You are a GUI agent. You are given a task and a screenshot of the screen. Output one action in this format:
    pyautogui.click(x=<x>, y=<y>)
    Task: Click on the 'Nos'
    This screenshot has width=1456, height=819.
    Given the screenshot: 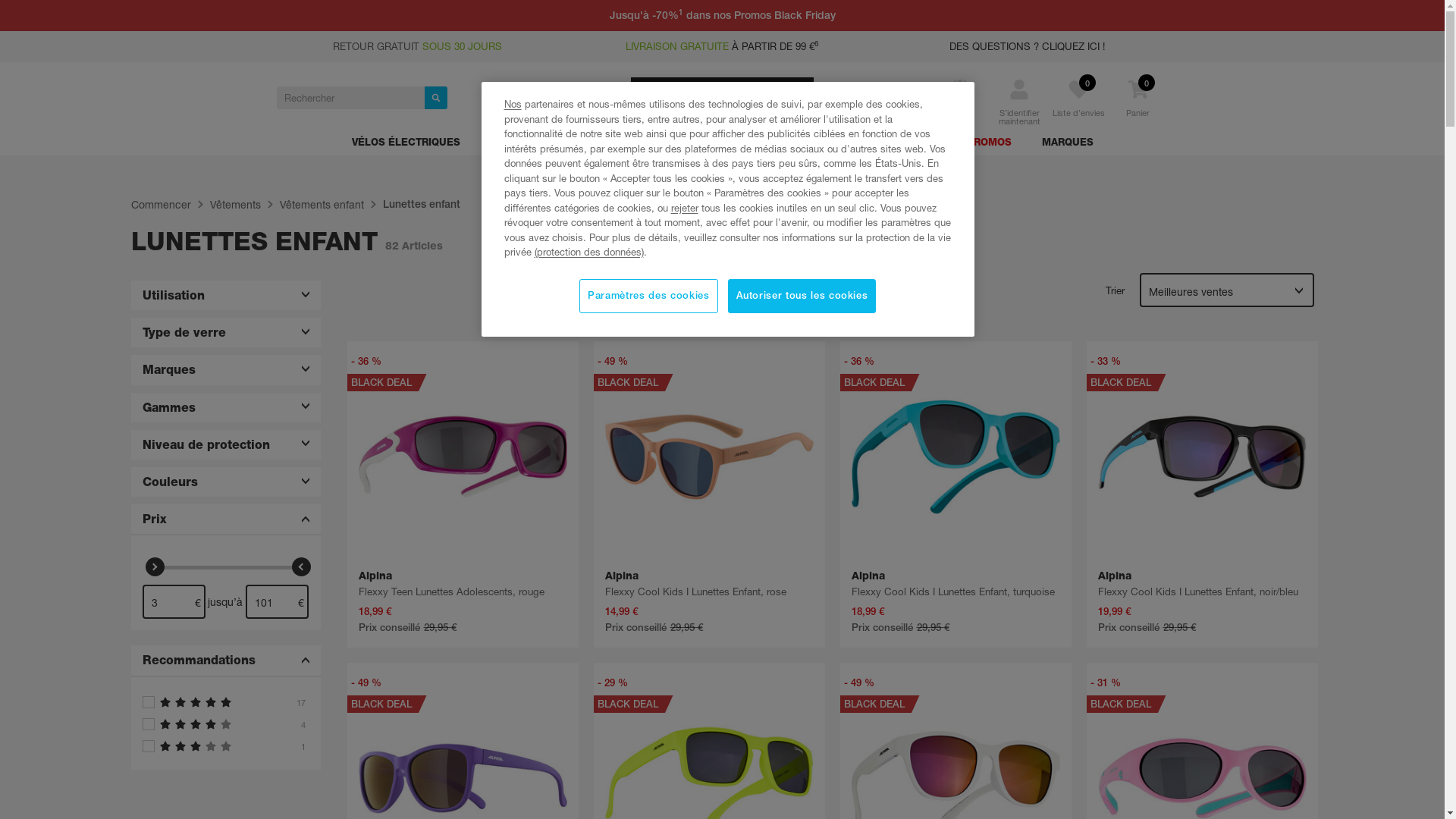 What is the action you would take?
    pyautogui.click(x=512, y=103)
    